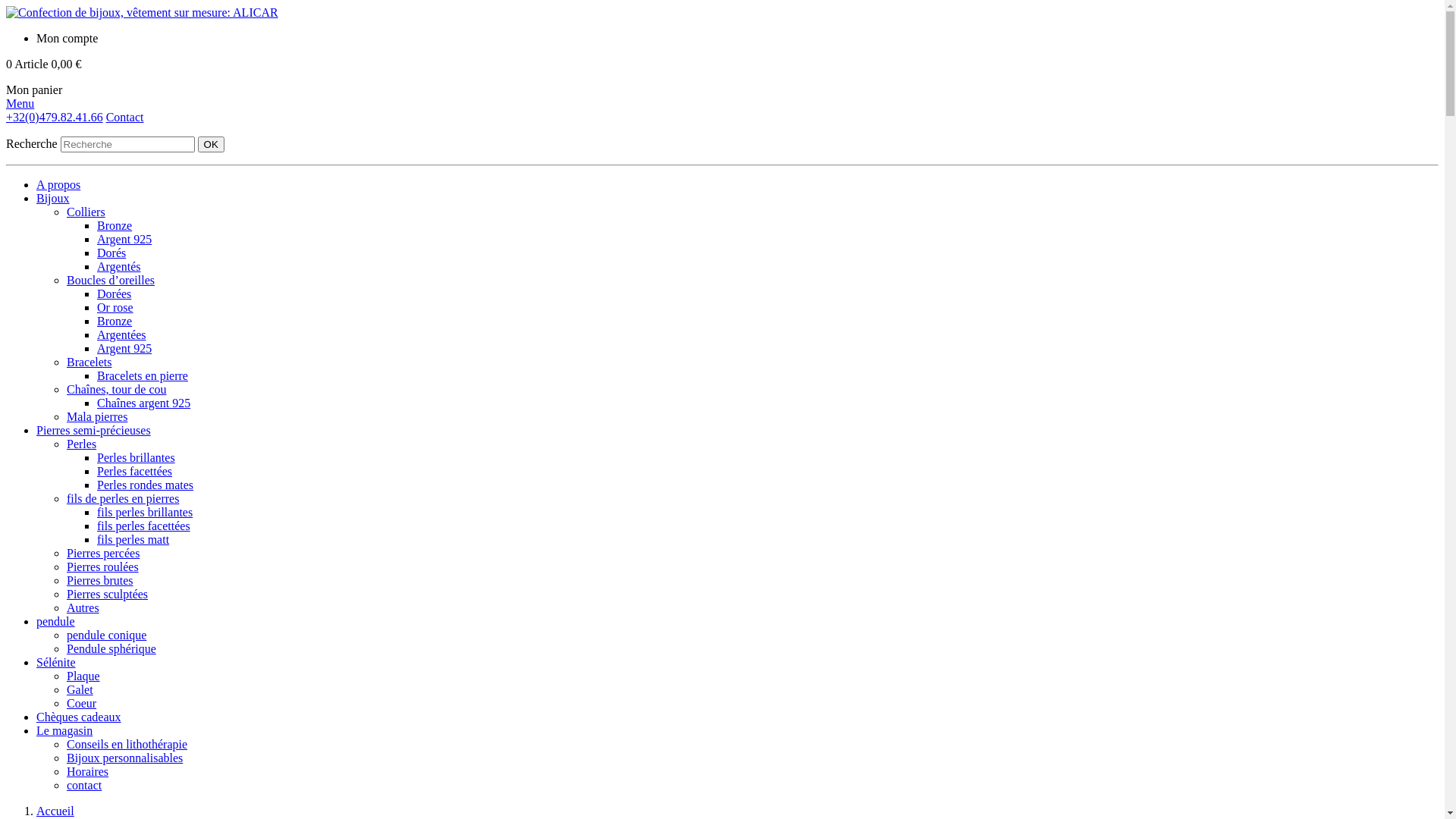  Describe the element at coordinates (123, 498) in the screenshot. I see `'fils de perles en pierres'` at that location.